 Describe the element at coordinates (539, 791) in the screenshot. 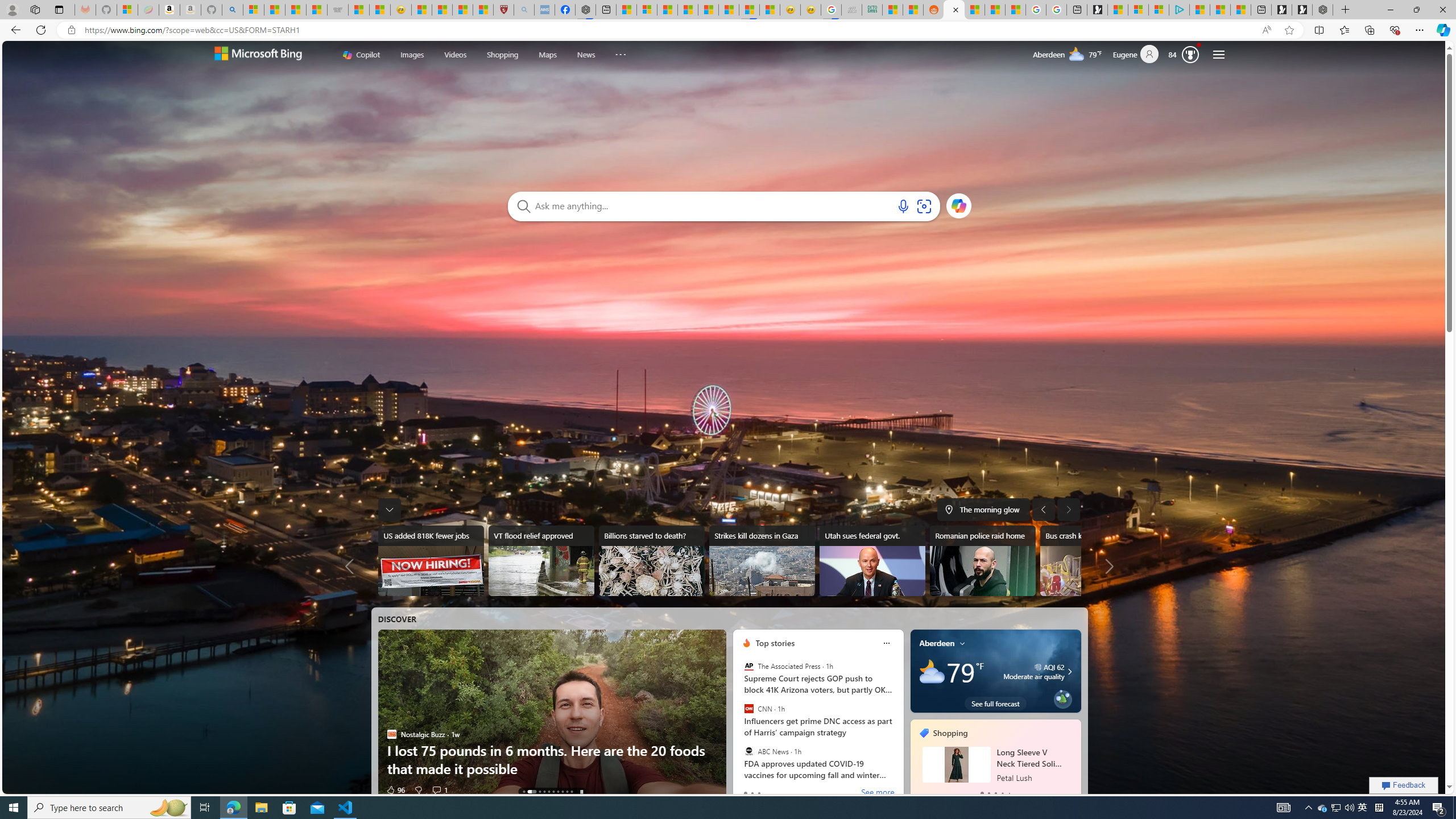

I see `'AutomationID: tab-2'` at that location.